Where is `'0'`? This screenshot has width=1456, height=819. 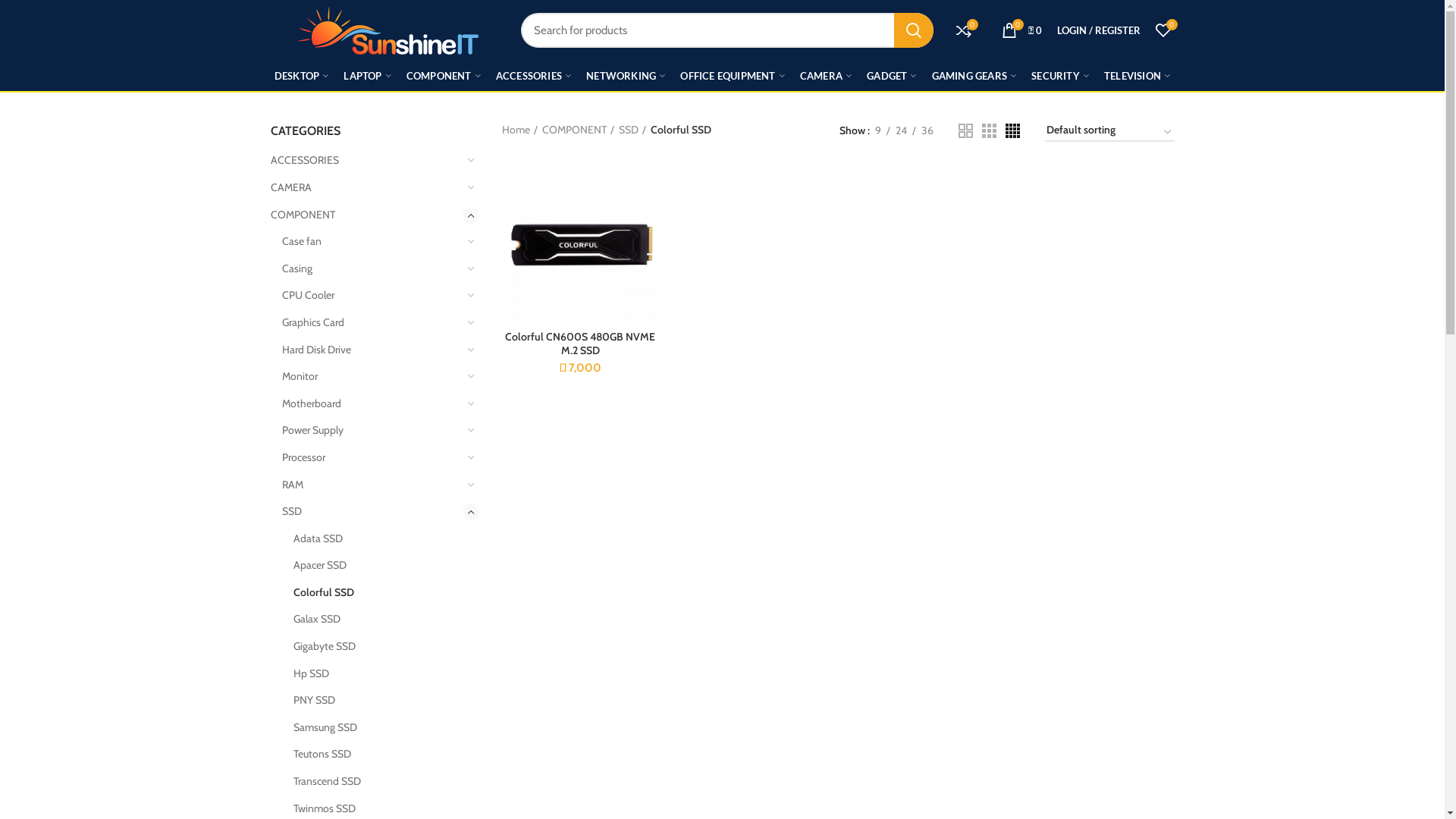
'0' is located at coordinates (1147, 30).